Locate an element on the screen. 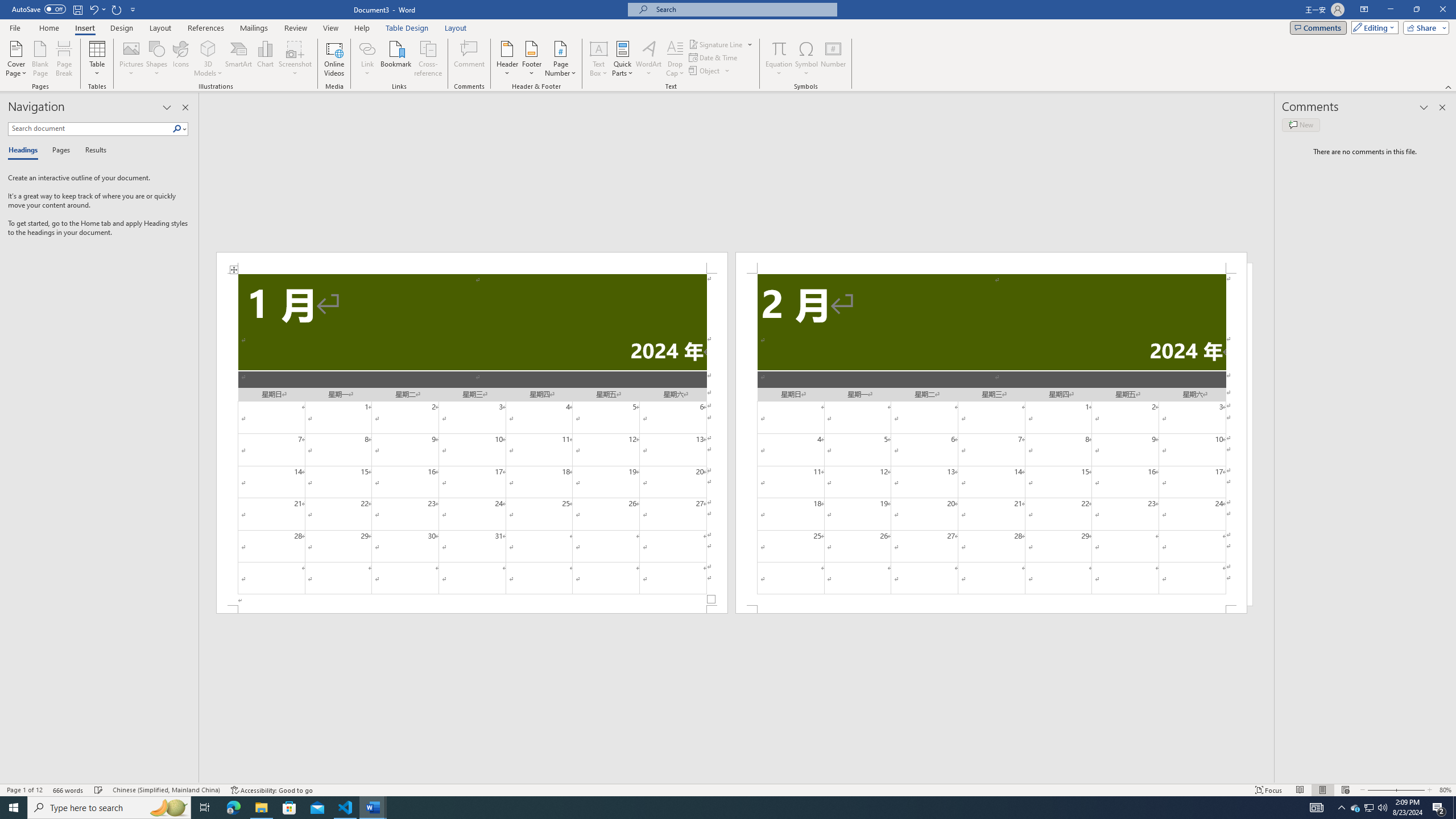 Image resolution: width=1456 pixels, height=819 pixels. 'Online Videos...' is located at coordinates (334, 59).